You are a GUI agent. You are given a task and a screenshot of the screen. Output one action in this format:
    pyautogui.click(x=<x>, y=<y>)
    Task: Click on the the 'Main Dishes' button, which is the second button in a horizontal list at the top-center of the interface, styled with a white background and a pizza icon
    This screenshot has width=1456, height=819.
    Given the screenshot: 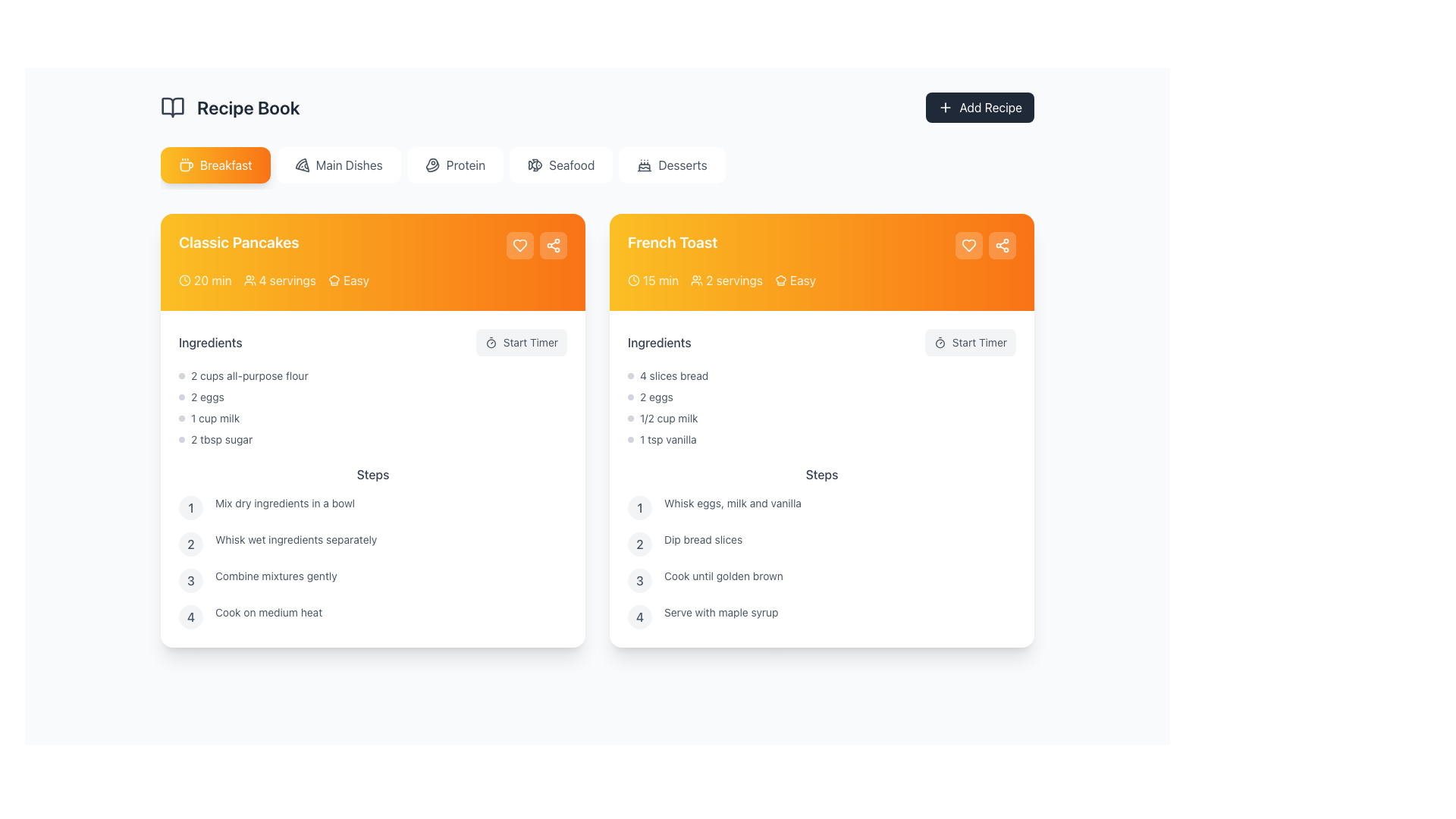 What is the action you would take?
    pyautogui.click(x=337, y=165)
    